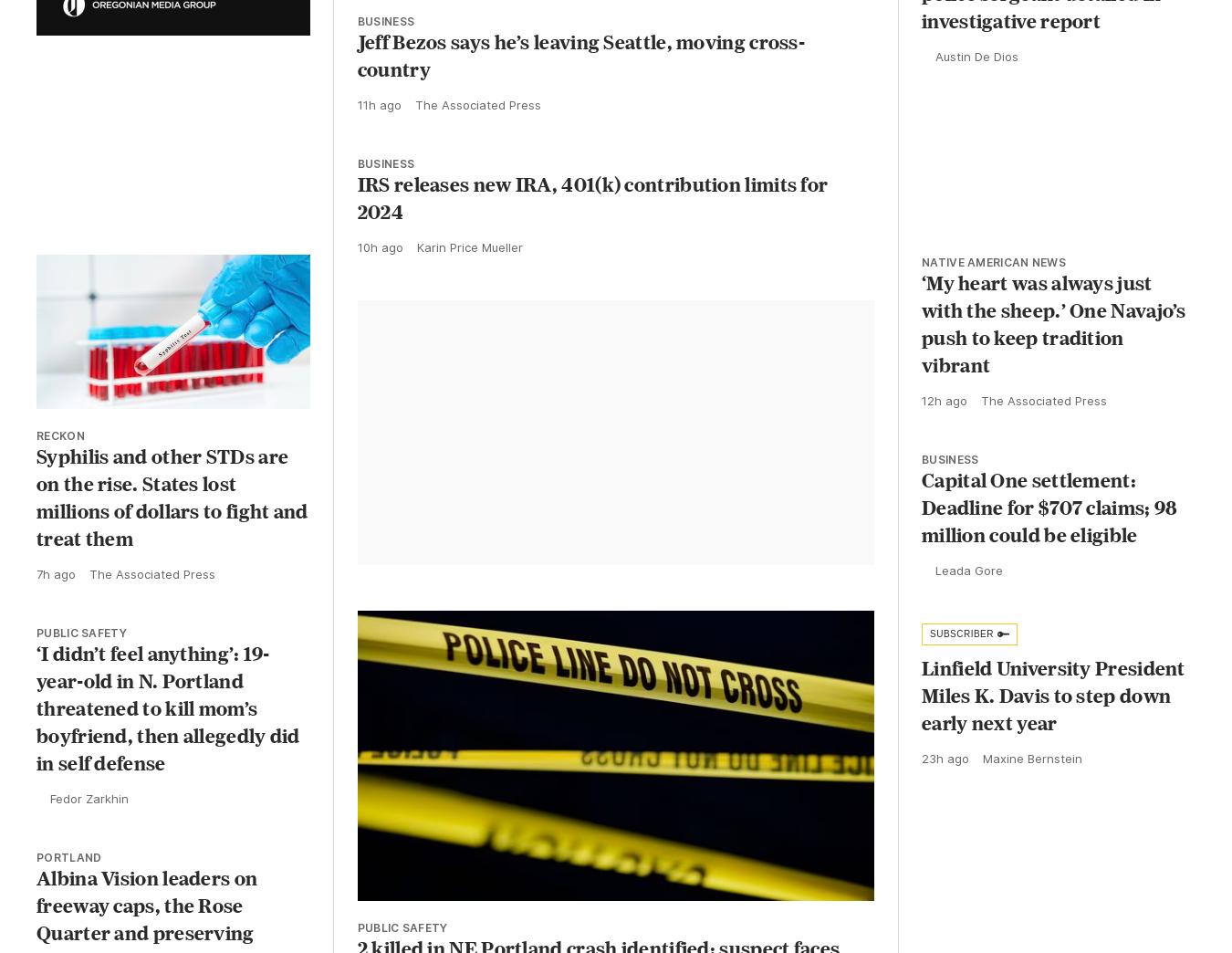 This screenshot has height=953, width=1232. Describe the element at coordinates (945, 415) in the screenshot. I see `'12h ago'` at that location.